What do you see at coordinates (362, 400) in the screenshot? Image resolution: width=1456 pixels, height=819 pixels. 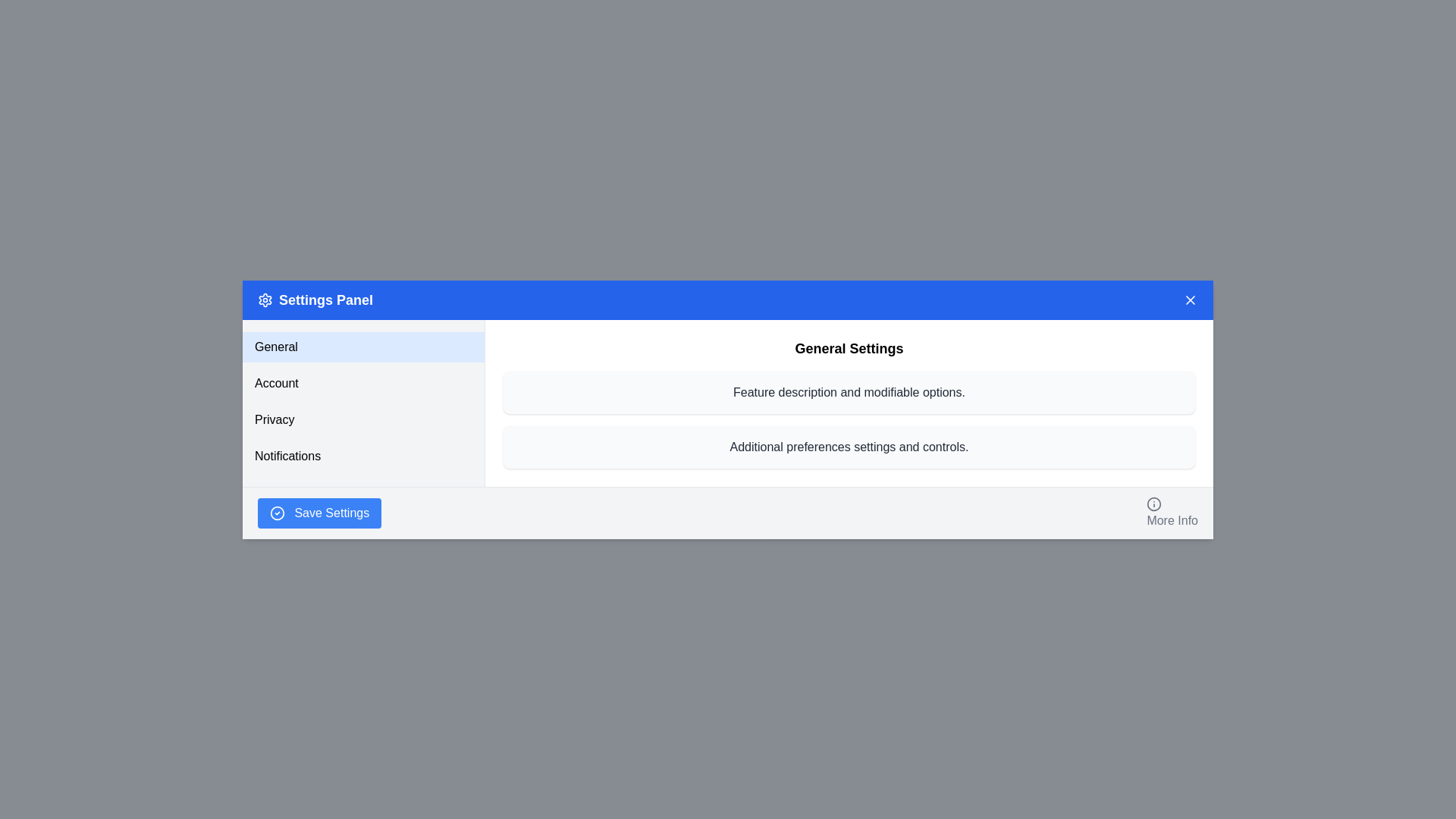 I see `to select a menu item from the vertical navigation menu located in the left-hand section of the interface under the 'Settings Panel'` at bounding box center [362, 400].